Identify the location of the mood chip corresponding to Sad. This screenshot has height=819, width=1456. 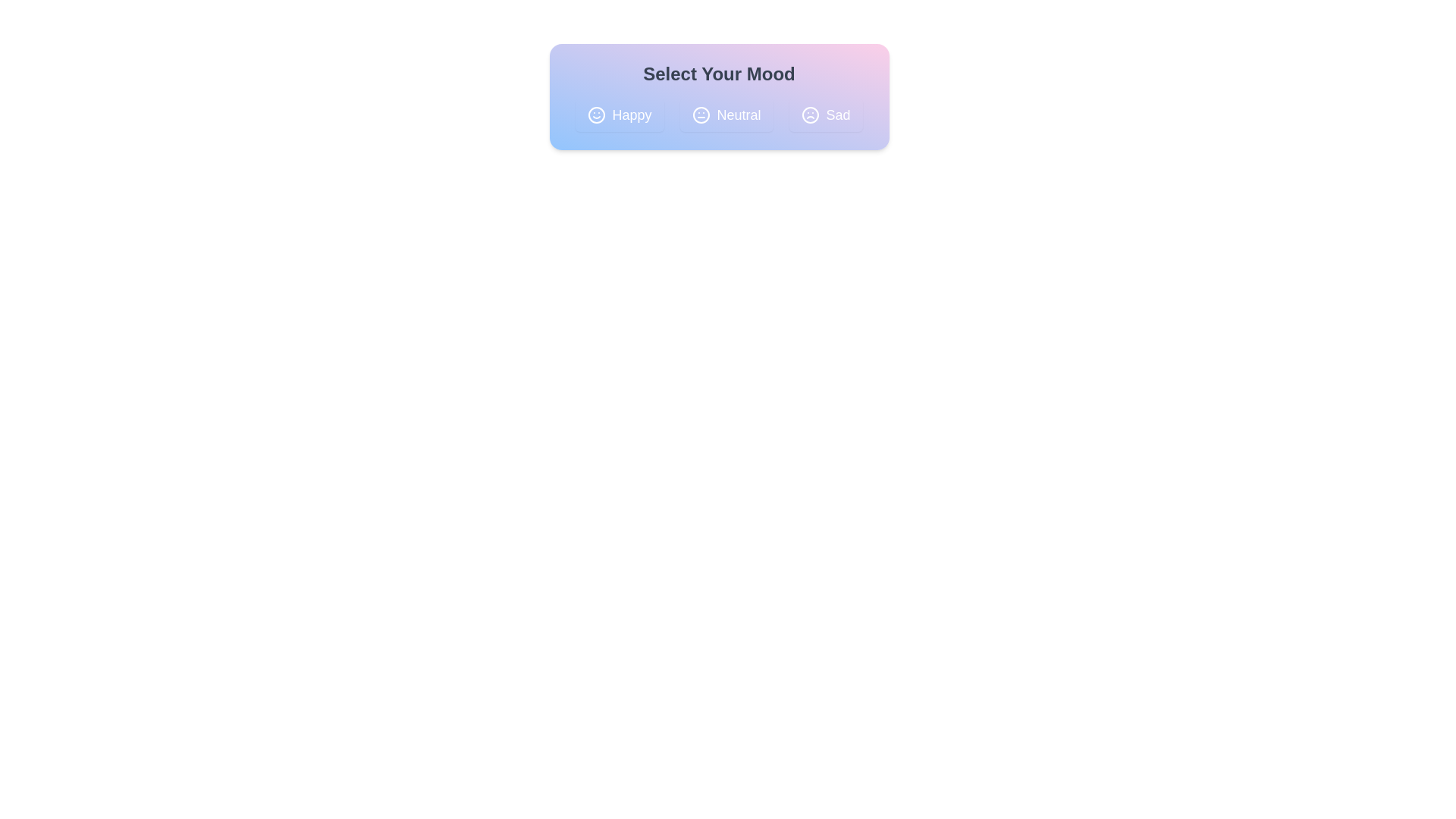
(825, 114).